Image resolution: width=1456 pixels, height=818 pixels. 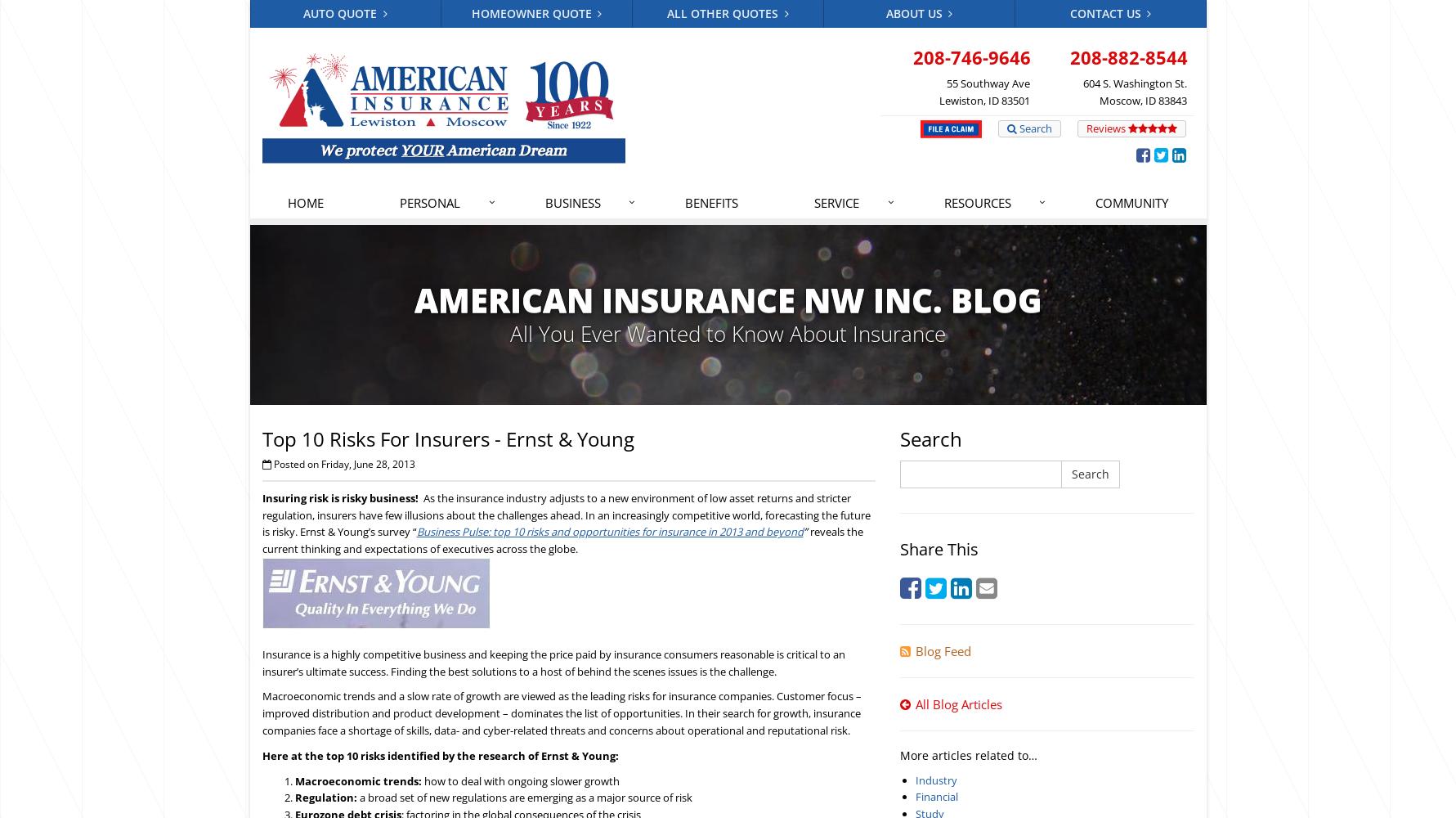 I want to click on 'Personal', so click(x=429, y=201).